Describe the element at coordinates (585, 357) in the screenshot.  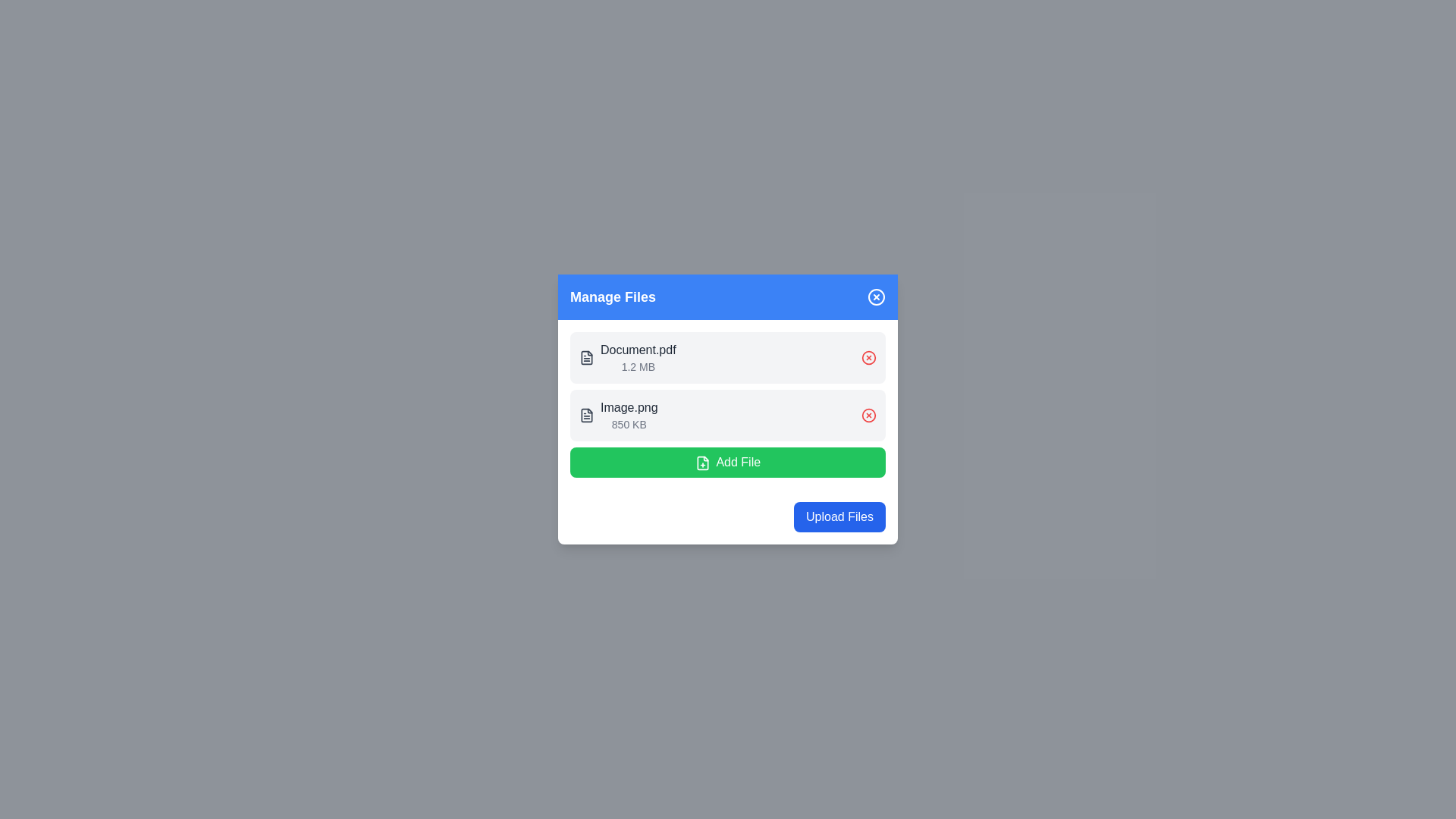
I see `the SVG icon representing the file type for 'Document.pdf' located in the file list row` at that location.